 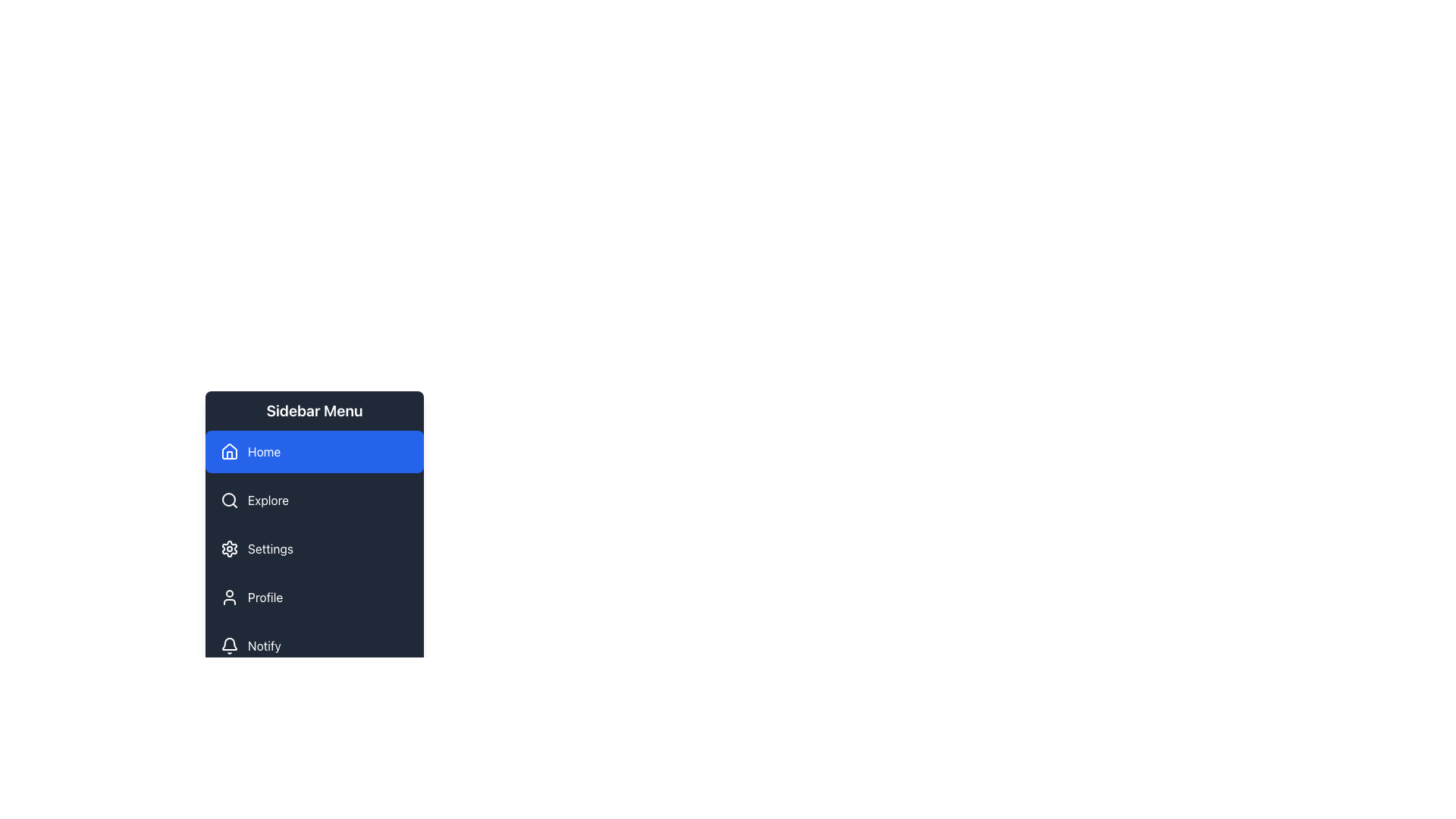 I want to click on the circular magnifying glass icon in the sidebar menu, so click(x=228, y=500).